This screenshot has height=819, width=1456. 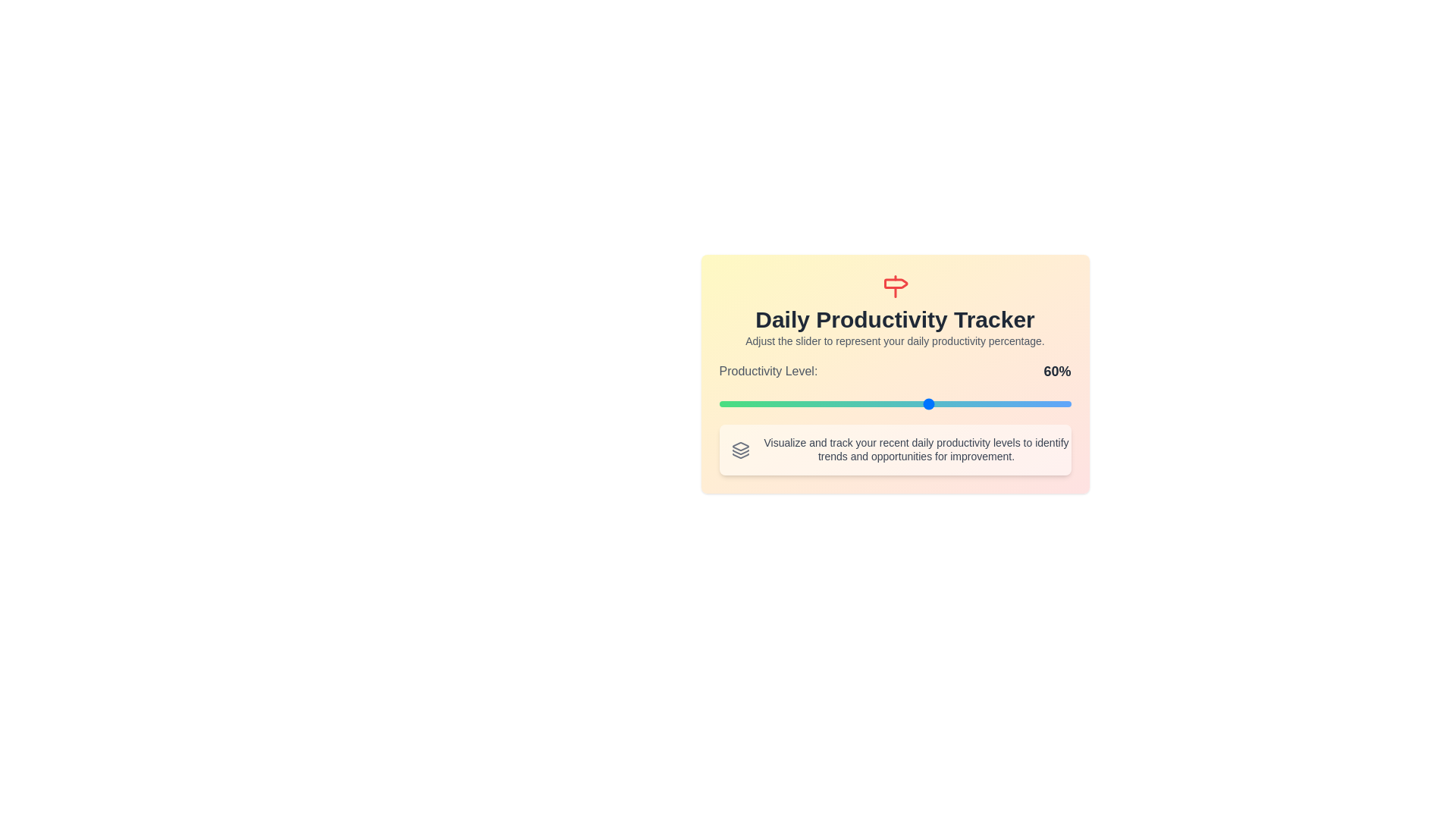 What do you see at coordinates (950, 403) in the screenshot?
I see `the slider to set the productivity level to 66%` at bounding box center [950, 403].